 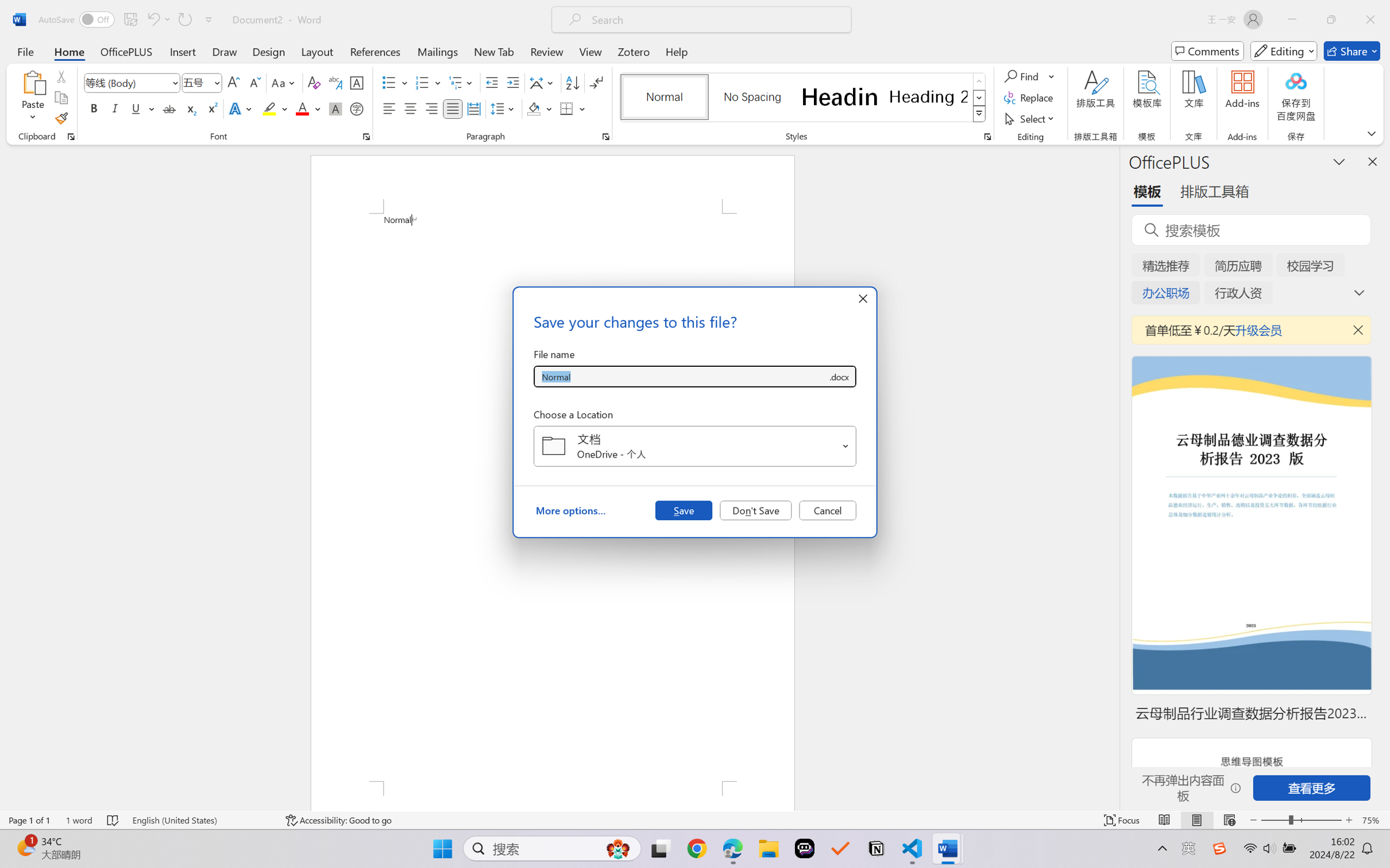 I want to click on 'Sort...', so click(x=572, y=83).